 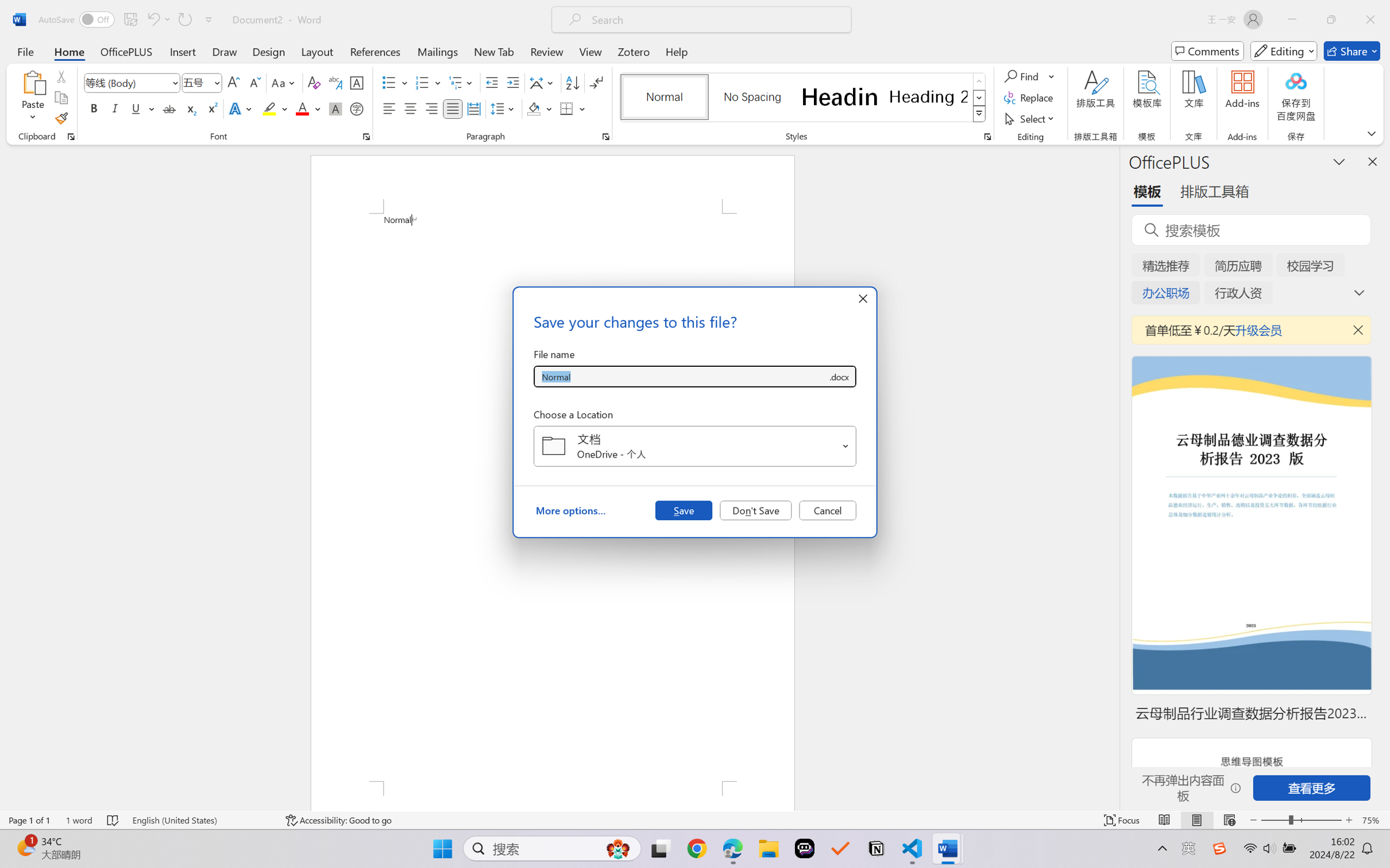 I want to click on 'Sort...', so click(x=572, y=83).